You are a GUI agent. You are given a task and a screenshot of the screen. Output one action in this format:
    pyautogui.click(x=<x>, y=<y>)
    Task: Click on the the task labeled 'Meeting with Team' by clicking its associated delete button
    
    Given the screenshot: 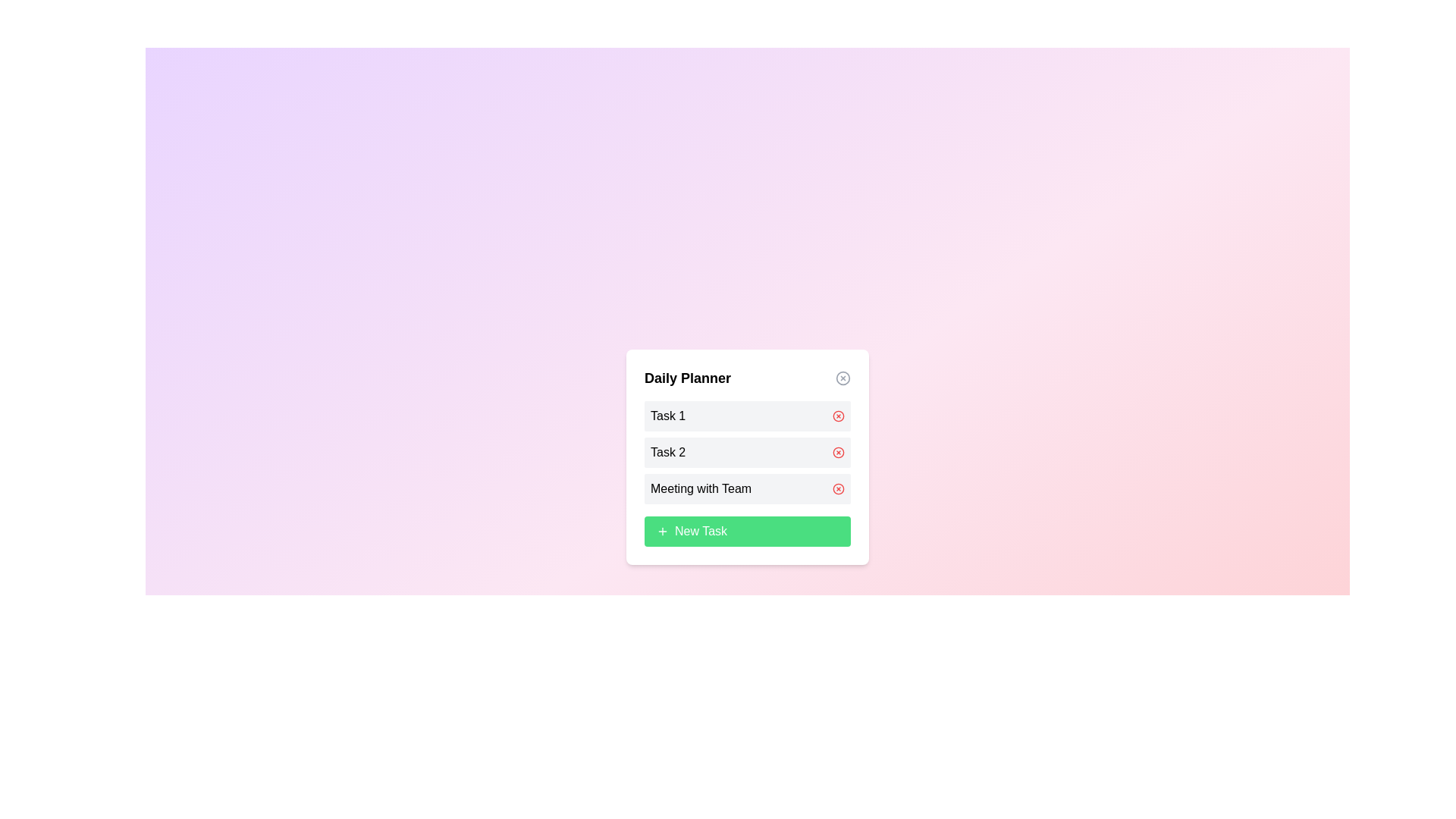 What is the action you would take?
    pyautogui.click(x=837, y=488)
    